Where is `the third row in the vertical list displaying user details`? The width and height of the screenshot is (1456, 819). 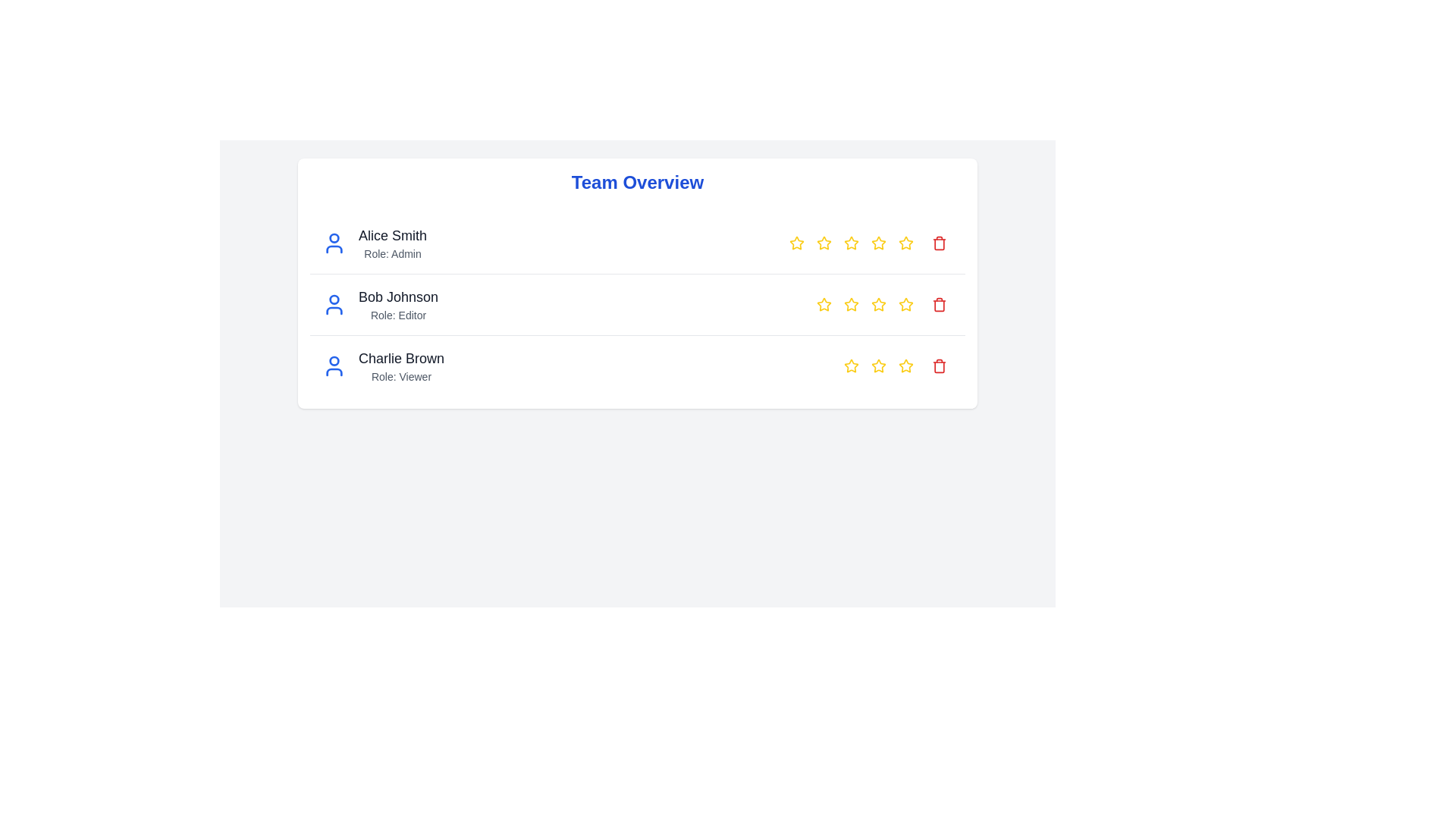
the third row in the vertical list displaying user details is located at coordinates (637, 366).